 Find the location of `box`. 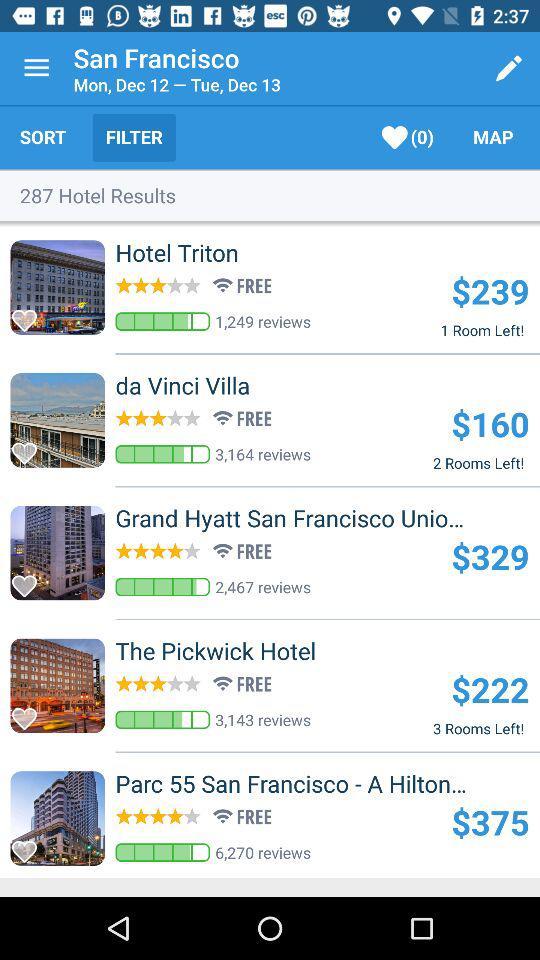

box is located at coordinates (29, 713).